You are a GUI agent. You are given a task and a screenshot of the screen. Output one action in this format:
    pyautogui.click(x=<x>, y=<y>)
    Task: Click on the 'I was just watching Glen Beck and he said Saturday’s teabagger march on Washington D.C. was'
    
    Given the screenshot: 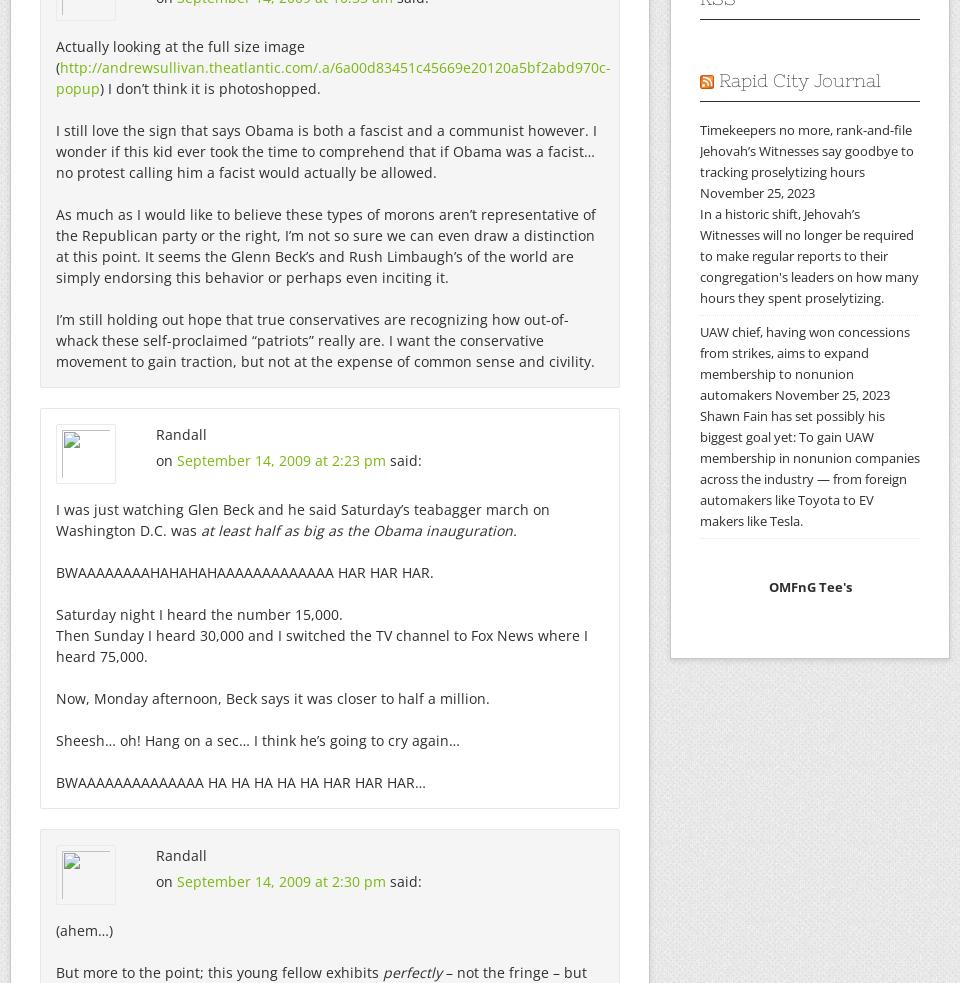 What is the action you would take?
    pyautogui.click(x=302, y=520)
    